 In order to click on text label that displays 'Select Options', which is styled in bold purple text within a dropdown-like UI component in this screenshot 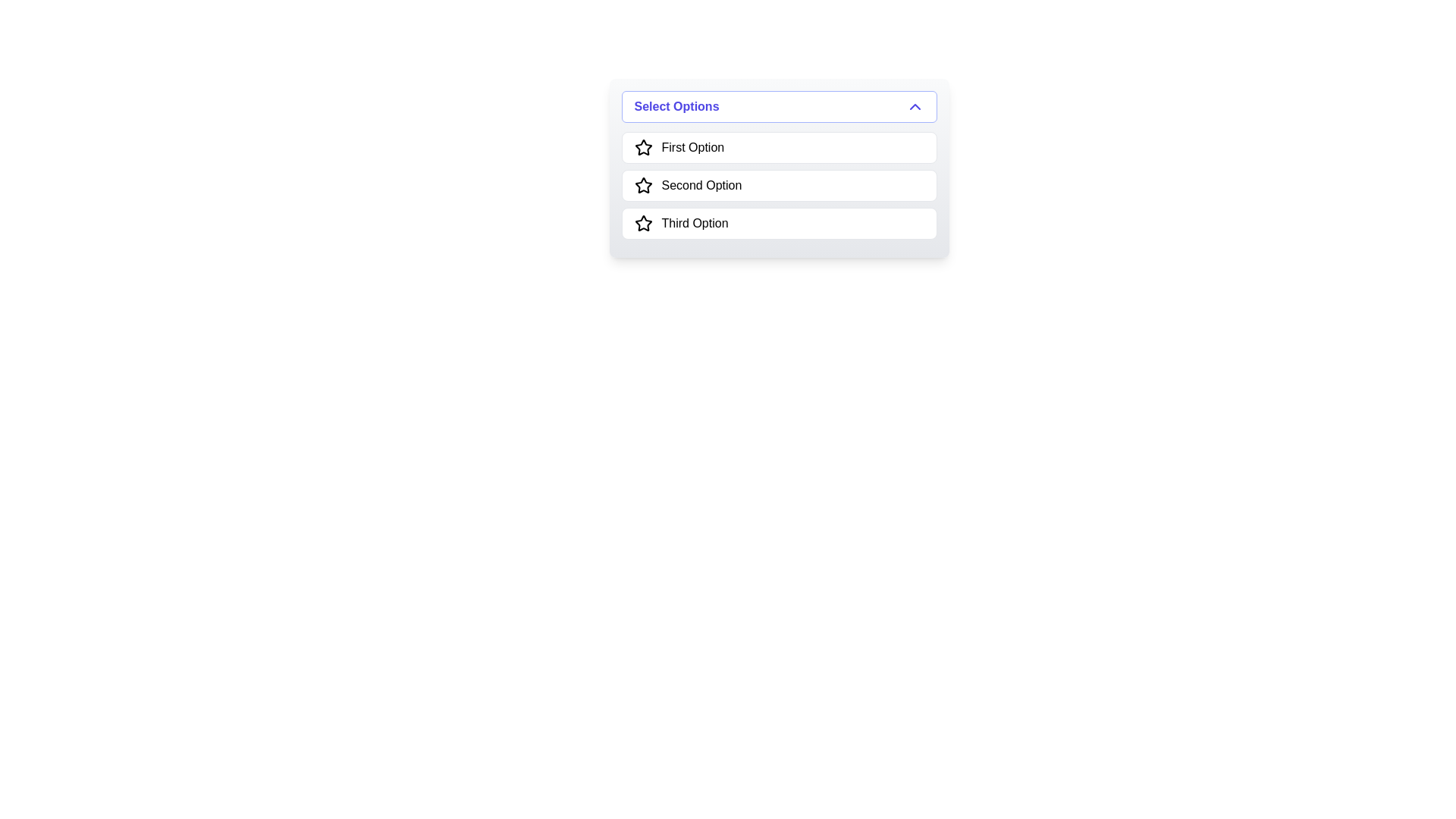, I will do `click(676, 106)`.